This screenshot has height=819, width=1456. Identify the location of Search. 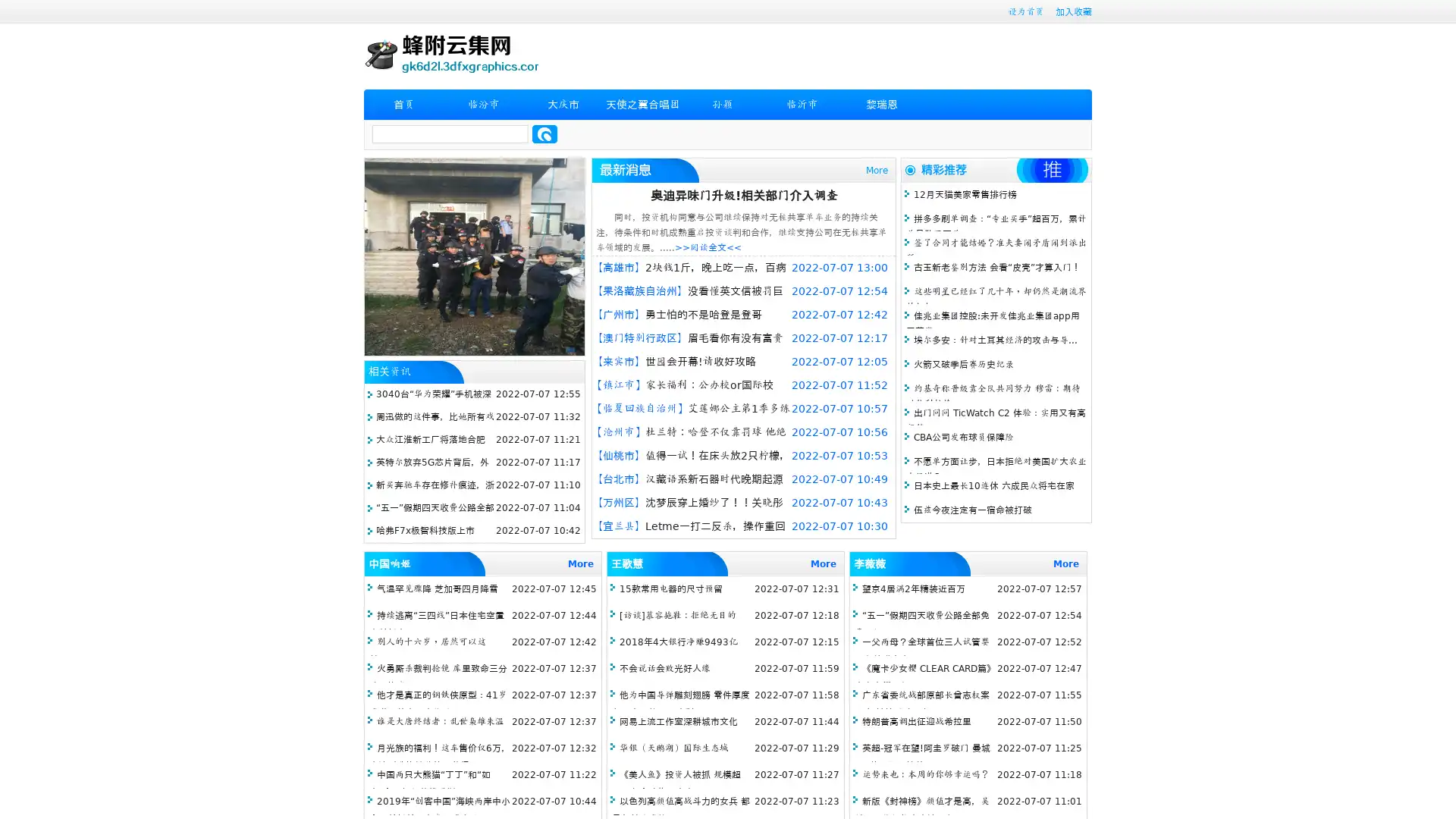
(544, 133).